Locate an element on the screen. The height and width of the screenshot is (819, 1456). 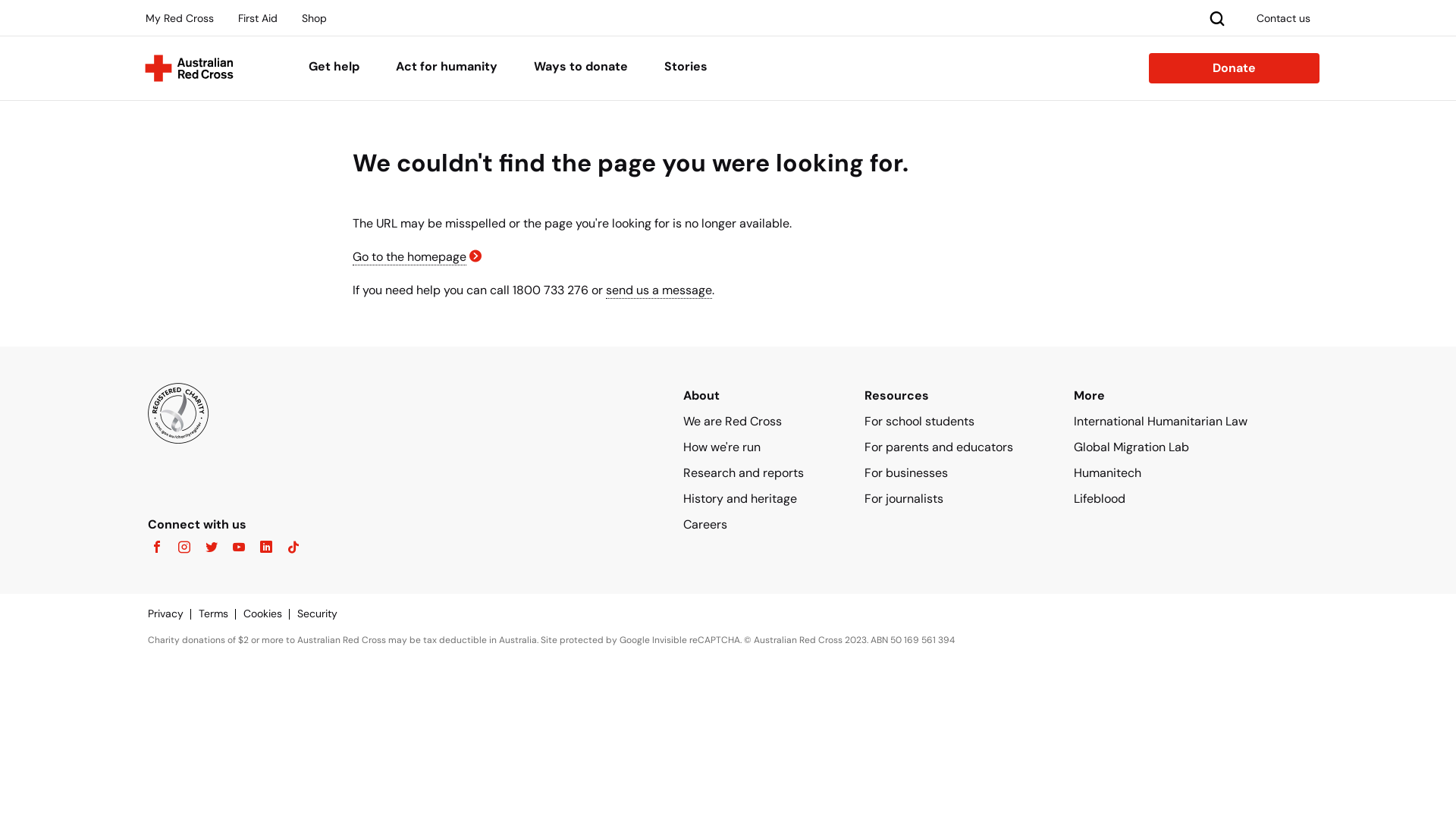
'youtube' is located at coordinates (233, 548).